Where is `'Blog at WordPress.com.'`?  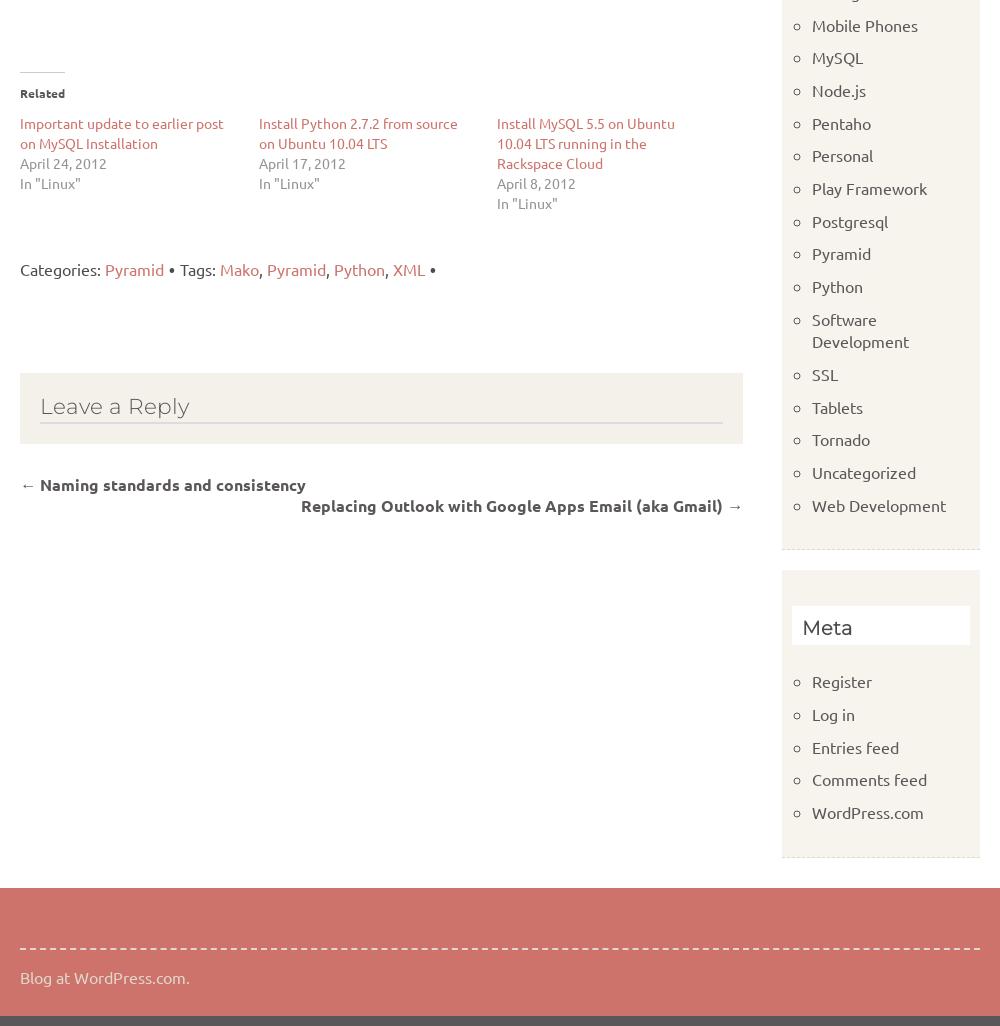
'Blog at WordPress.com.' is located at coordinates (104, 975).